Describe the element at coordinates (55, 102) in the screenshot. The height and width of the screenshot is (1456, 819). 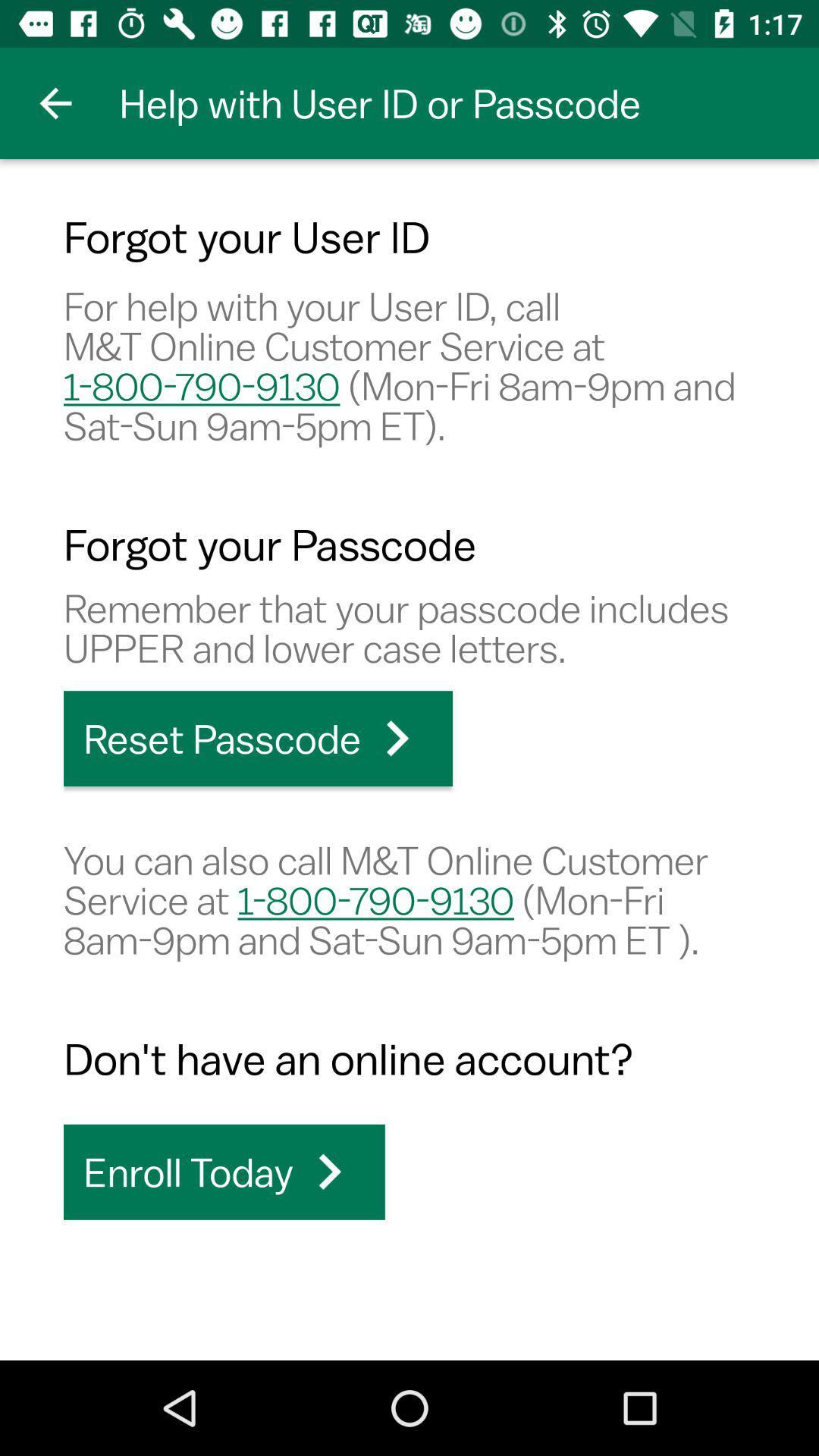
I see `item next to help with user item` at that location.